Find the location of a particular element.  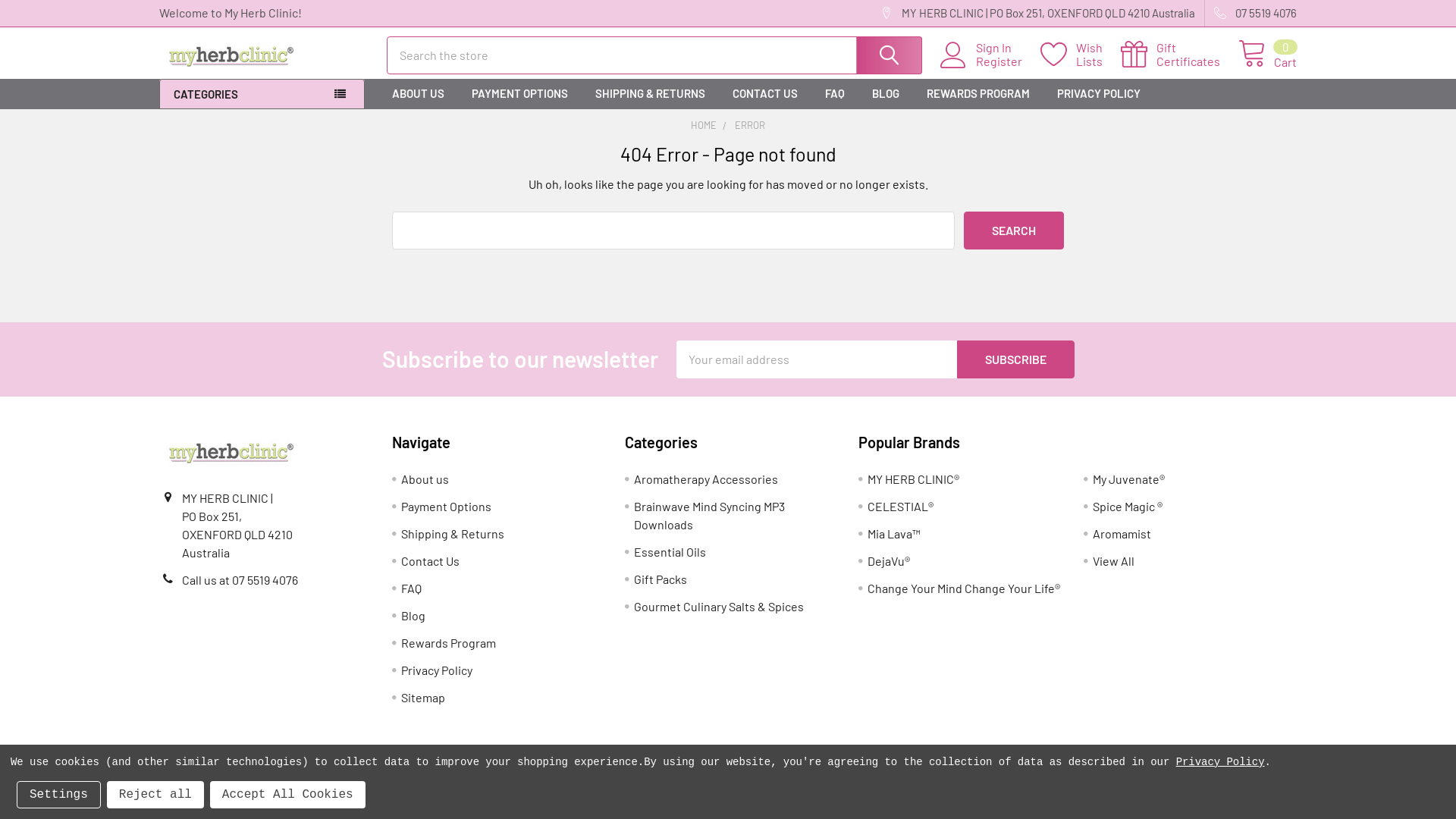

'FAQ' is located at coordinates (833, 93).